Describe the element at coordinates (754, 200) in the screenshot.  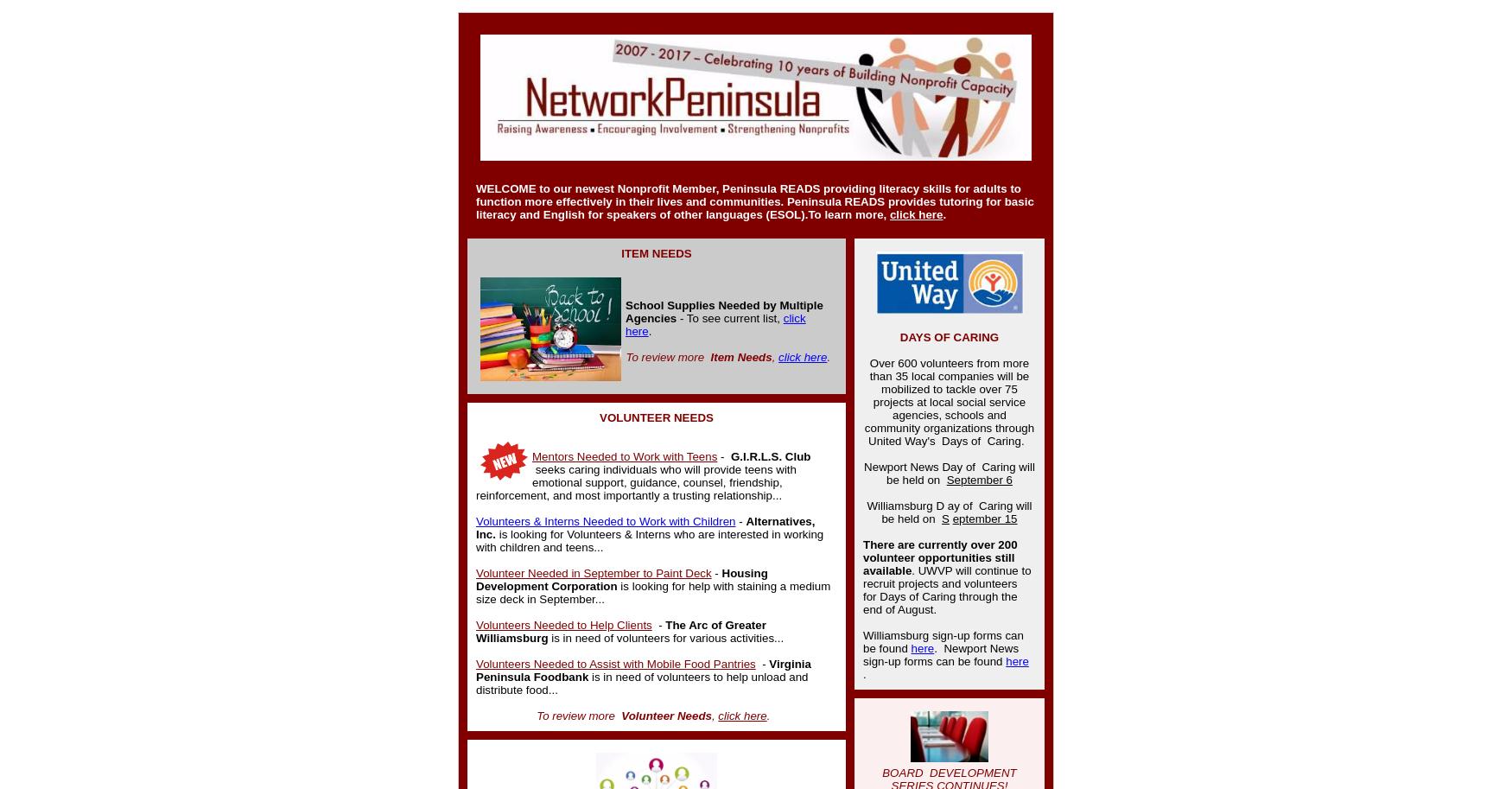
I see `'providing literacy skills for adults to function more effectively in their lives and communities. Peninsula READS provides tutoring for basic literacy and English for speakers of other languages (ESOL).'` at that location.